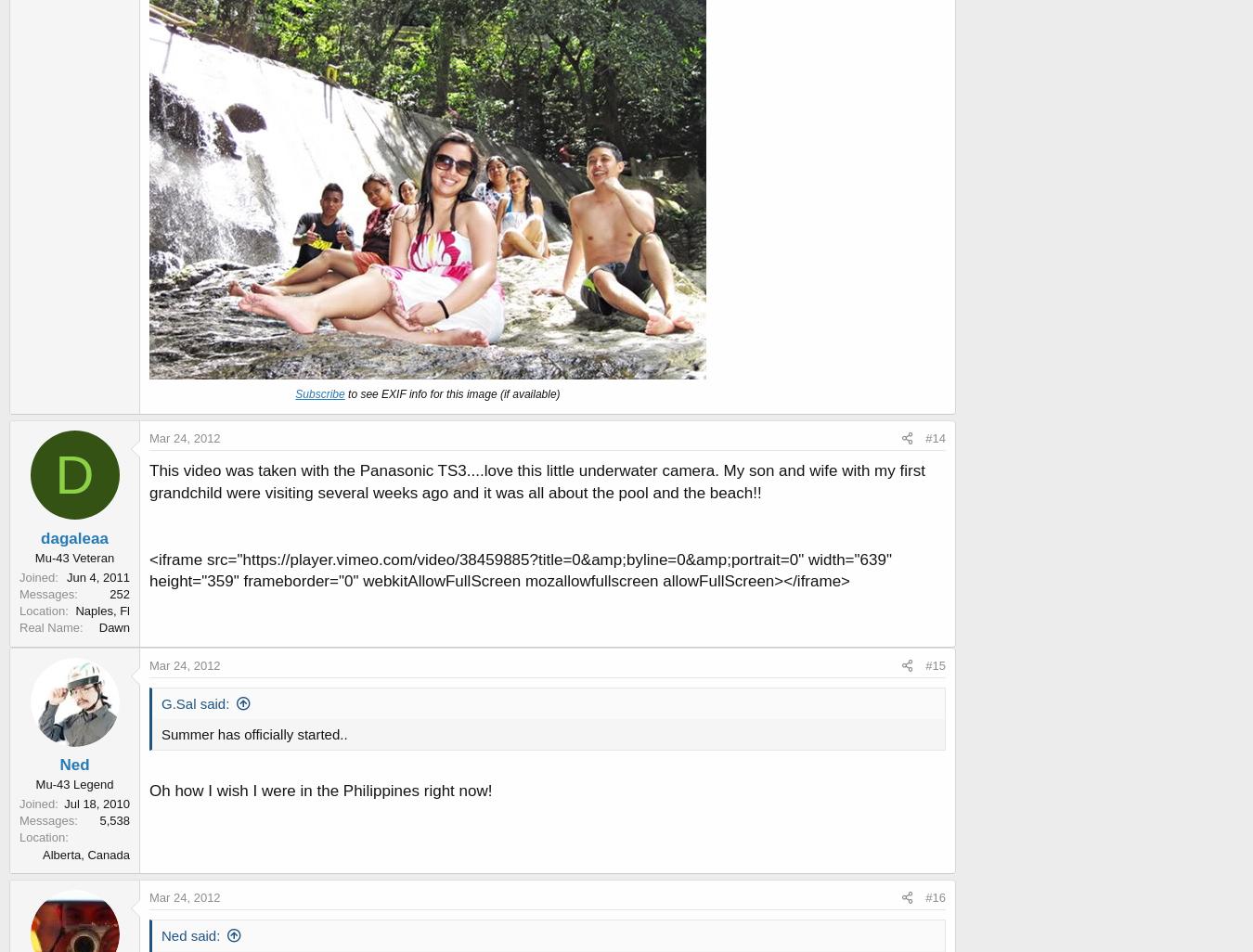 This screenshot has width=1253, height=952. I want to click on '#14', so click(935, 437).